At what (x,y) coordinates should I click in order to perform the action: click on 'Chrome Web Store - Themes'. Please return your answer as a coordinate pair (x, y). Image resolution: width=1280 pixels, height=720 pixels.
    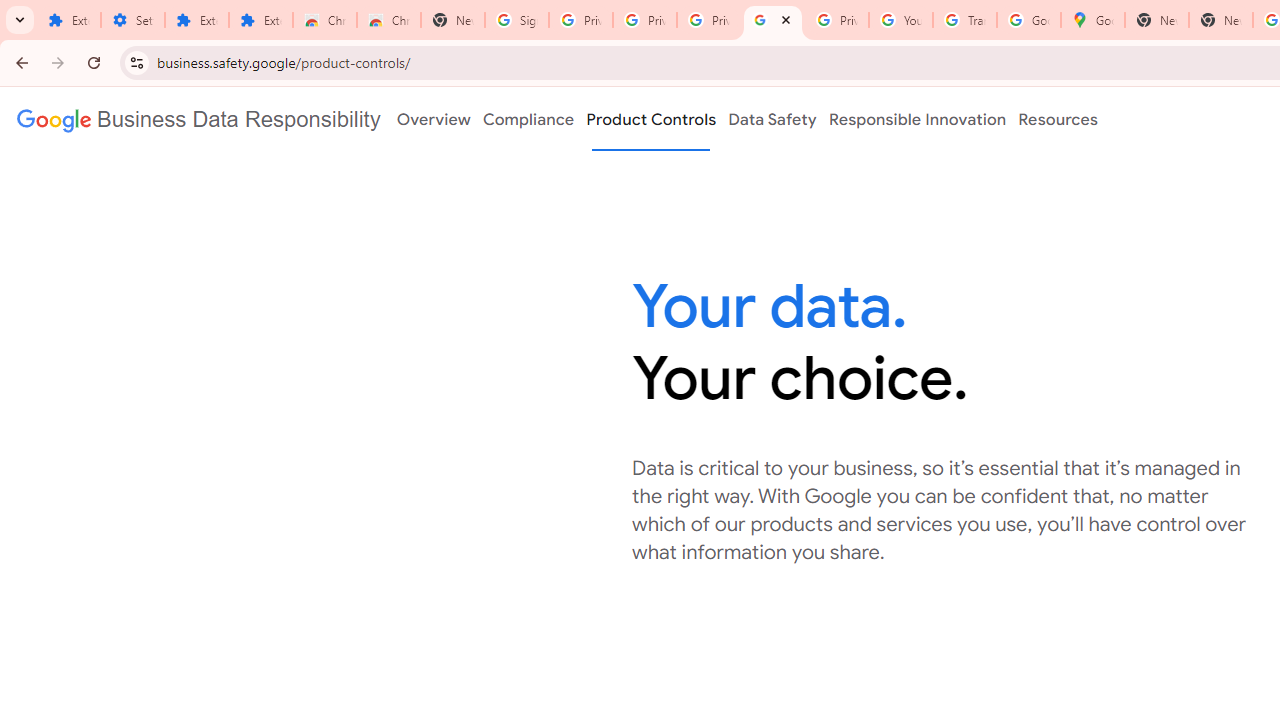
    Looking at the image, I should click on (389, 20).